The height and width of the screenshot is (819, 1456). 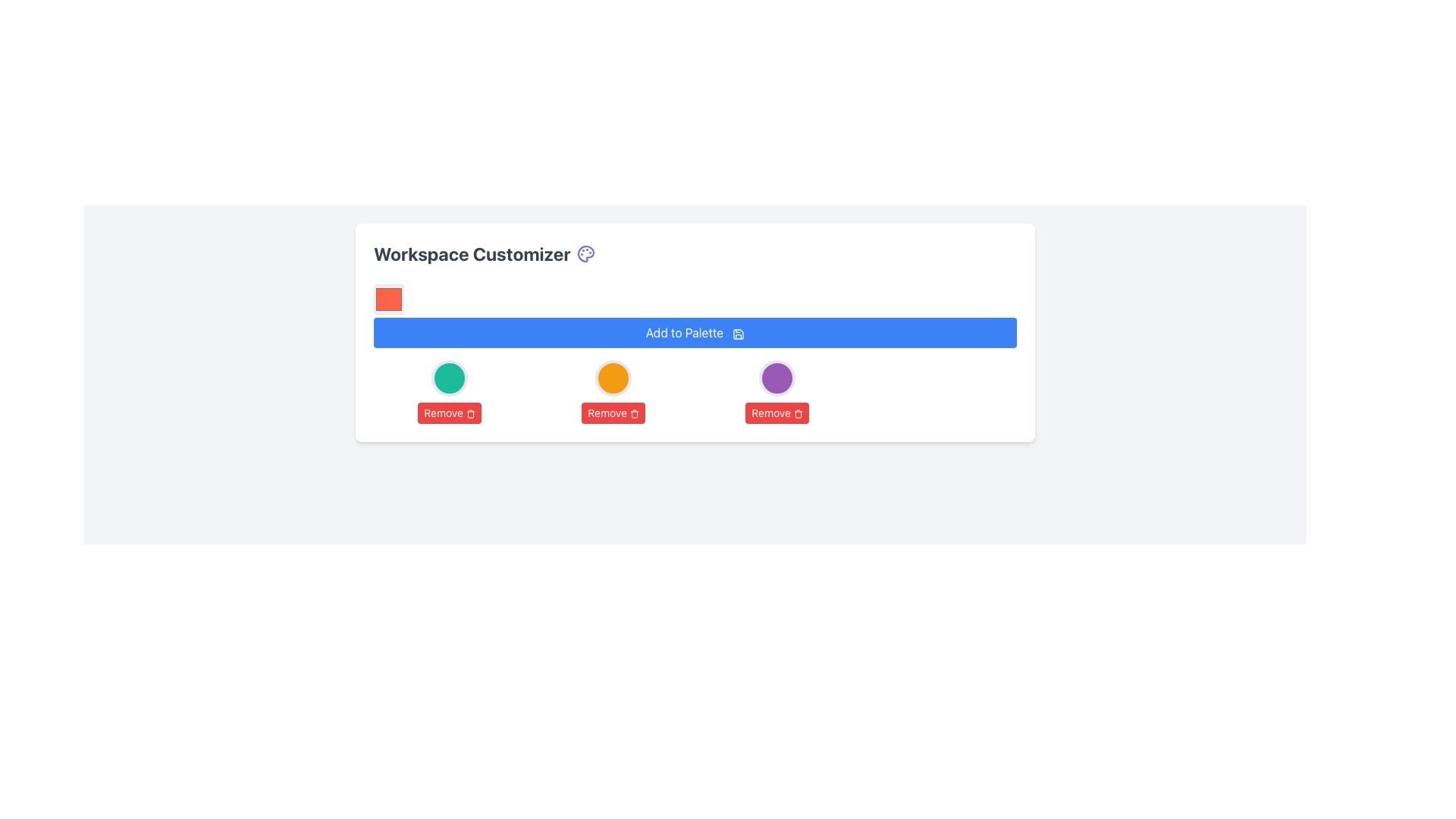 What do you see at coordinates (694, 315) in the screenshot?
I see `the button that allows users to add a selected color or item to a palette to observe any styling changes` at bounding box center [694, 315].